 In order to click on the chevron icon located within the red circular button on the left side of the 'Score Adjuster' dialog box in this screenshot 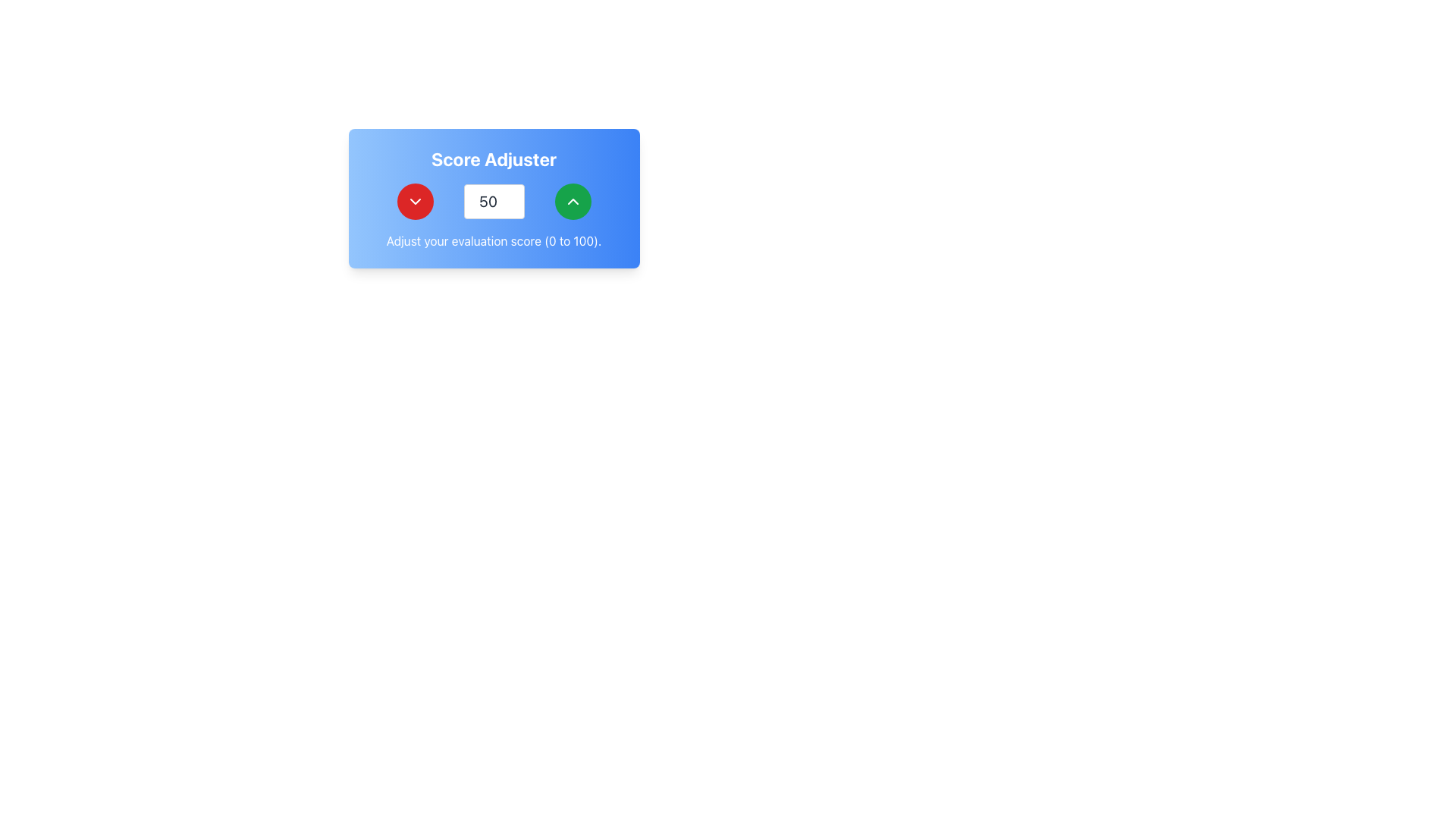, I will do `click(415, 201)`.